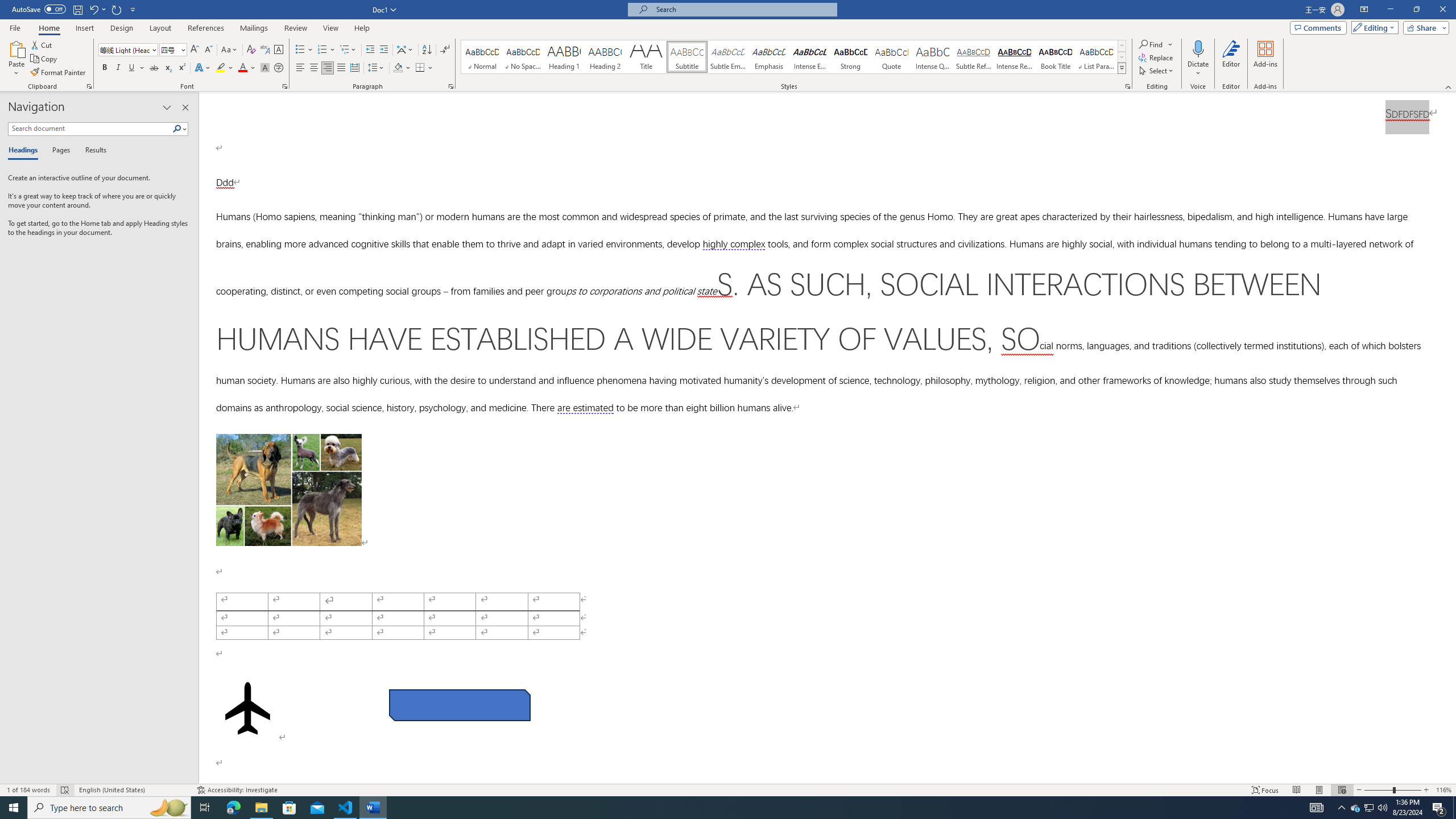 This screenshot has height=819, width=1456. What do you see at coordinates (104, 67) in the screenshot?
I see `'Bold'` at bounding box center [104, 67].